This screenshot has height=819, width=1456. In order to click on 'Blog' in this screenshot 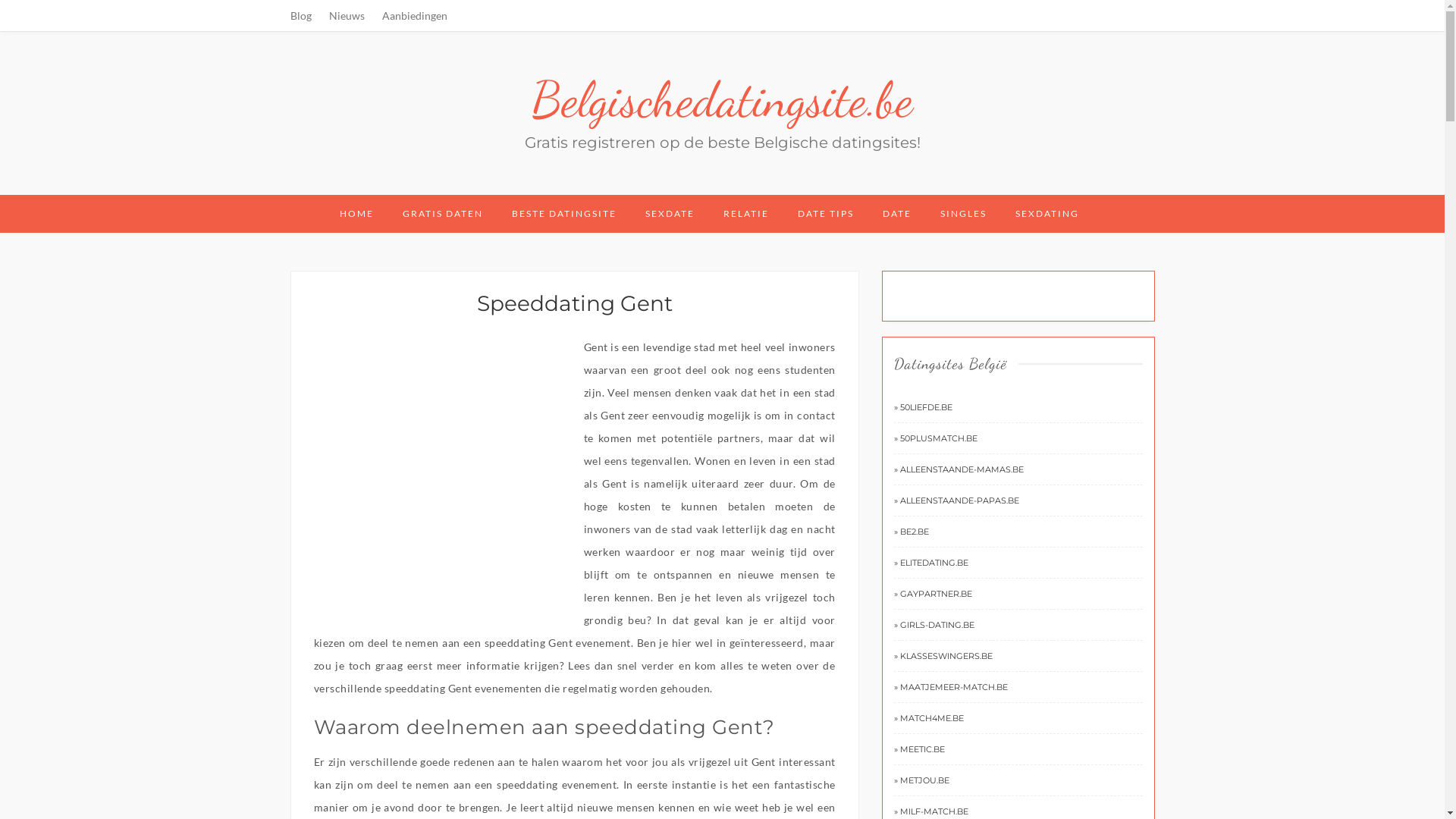, I will do `click(290, 15)`.